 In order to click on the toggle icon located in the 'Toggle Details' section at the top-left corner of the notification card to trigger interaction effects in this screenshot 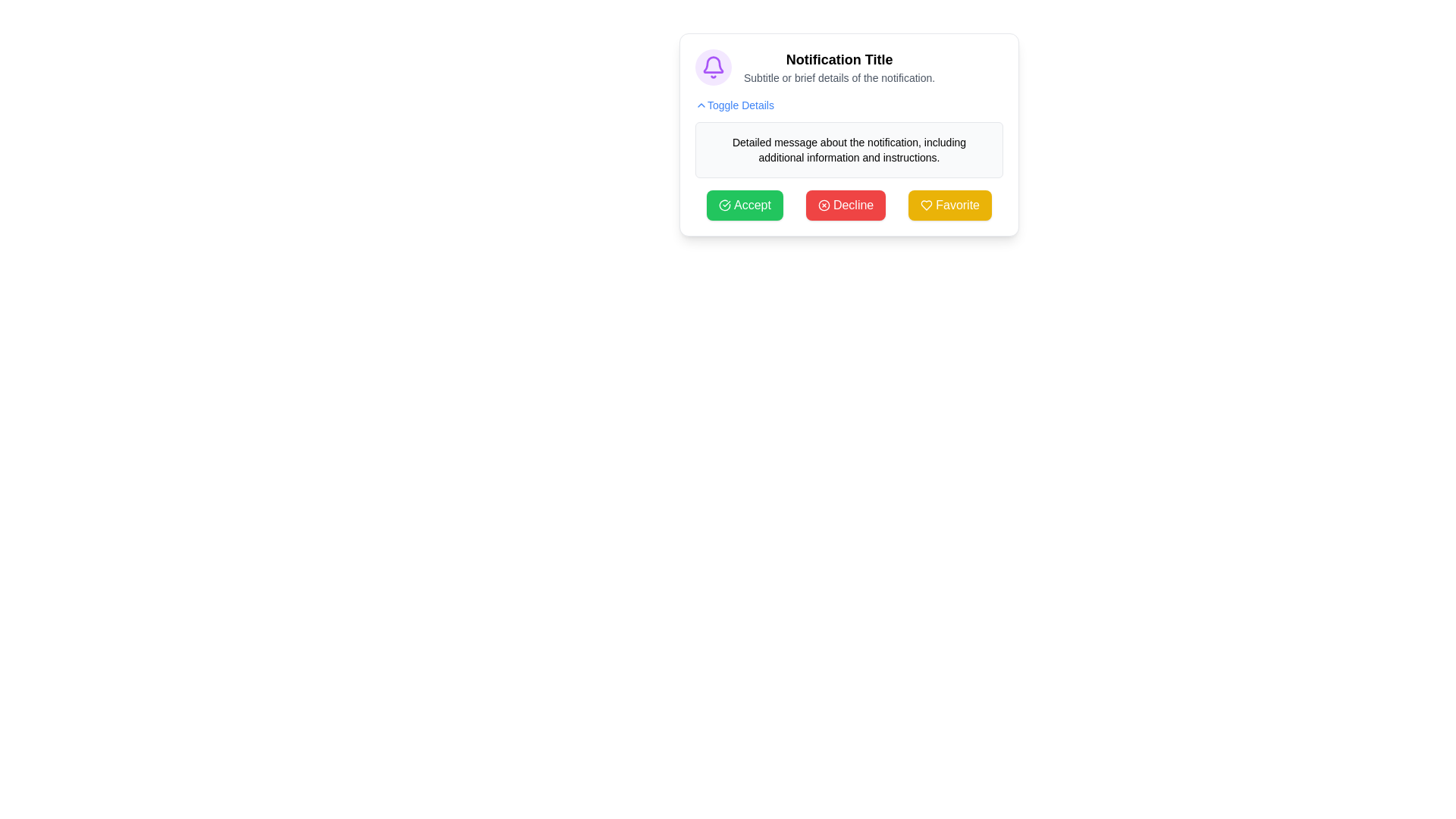, I will do `click(701, 104)`.